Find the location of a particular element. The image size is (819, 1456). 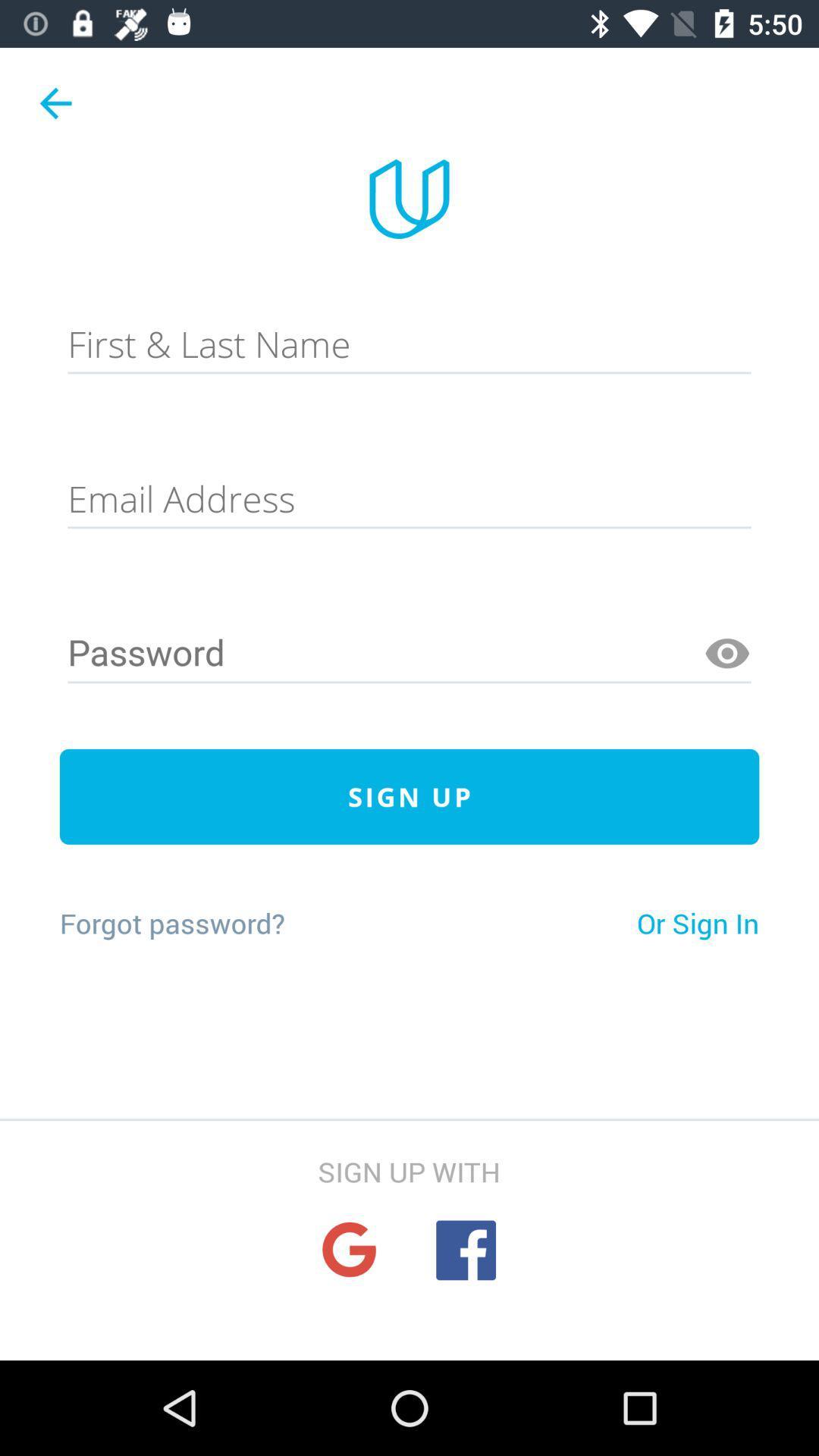

google sign-up option is located at coordinates (349, 1250).